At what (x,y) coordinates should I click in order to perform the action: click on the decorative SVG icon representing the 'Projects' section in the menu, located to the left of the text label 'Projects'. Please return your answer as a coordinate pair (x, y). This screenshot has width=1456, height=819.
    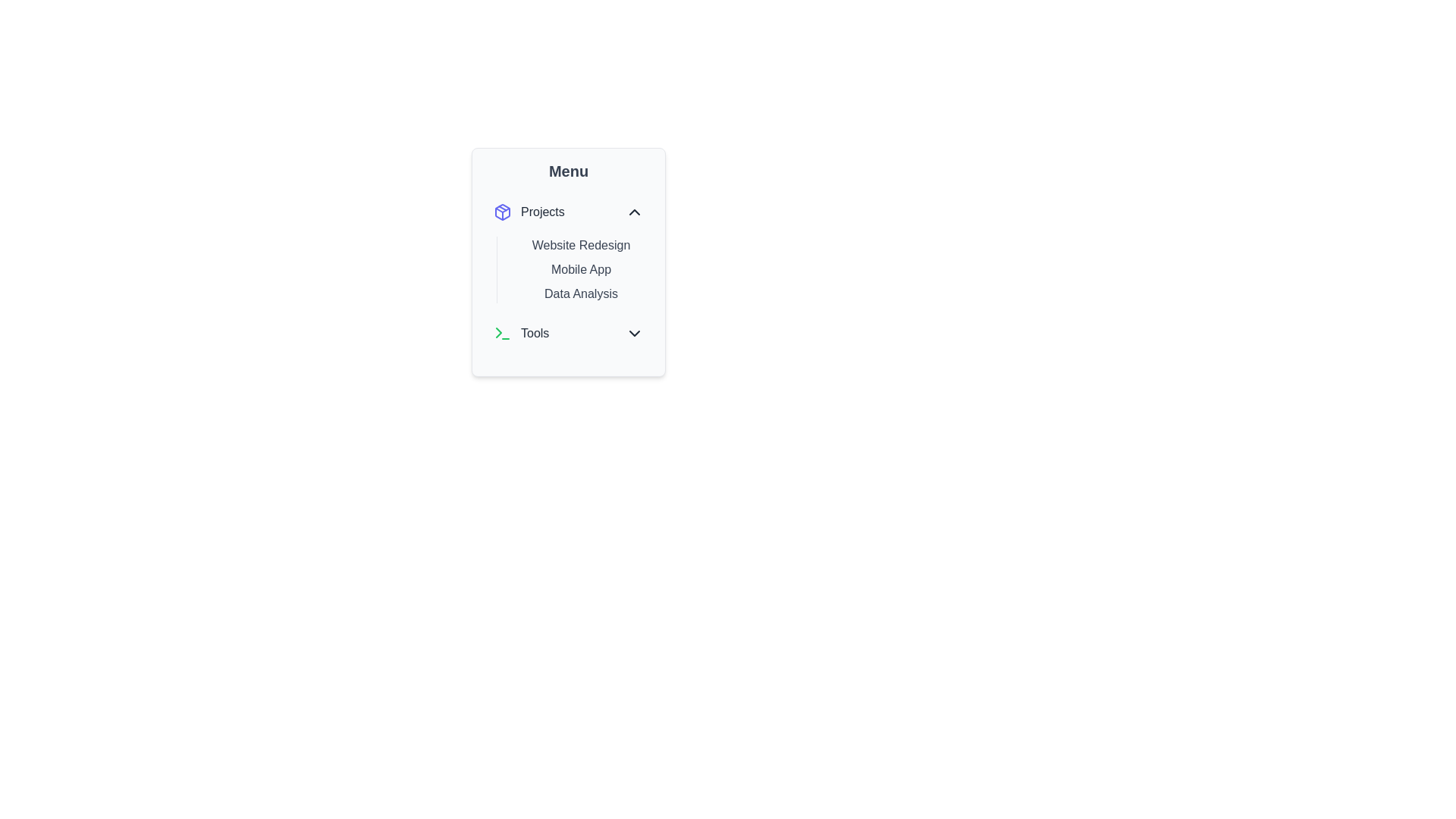
    Looking at the image, I should click on (502, 212).